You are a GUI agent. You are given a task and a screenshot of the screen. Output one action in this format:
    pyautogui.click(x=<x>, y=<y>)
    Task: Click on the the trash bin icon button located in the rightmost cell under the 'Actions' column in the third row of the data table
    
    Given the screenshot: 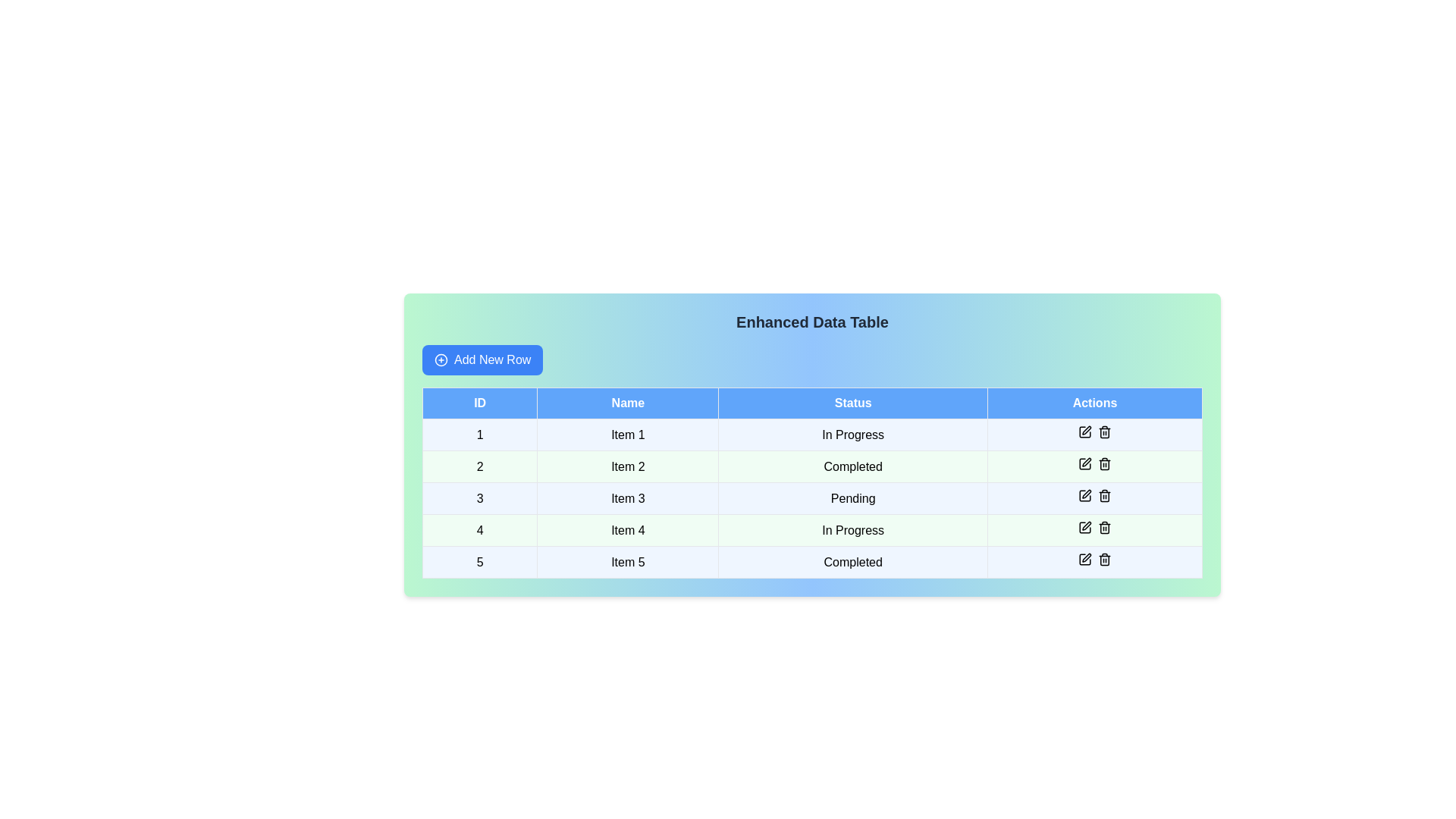 What is the action you would take?
    pyautogui.click(x=1104, y=496)
    